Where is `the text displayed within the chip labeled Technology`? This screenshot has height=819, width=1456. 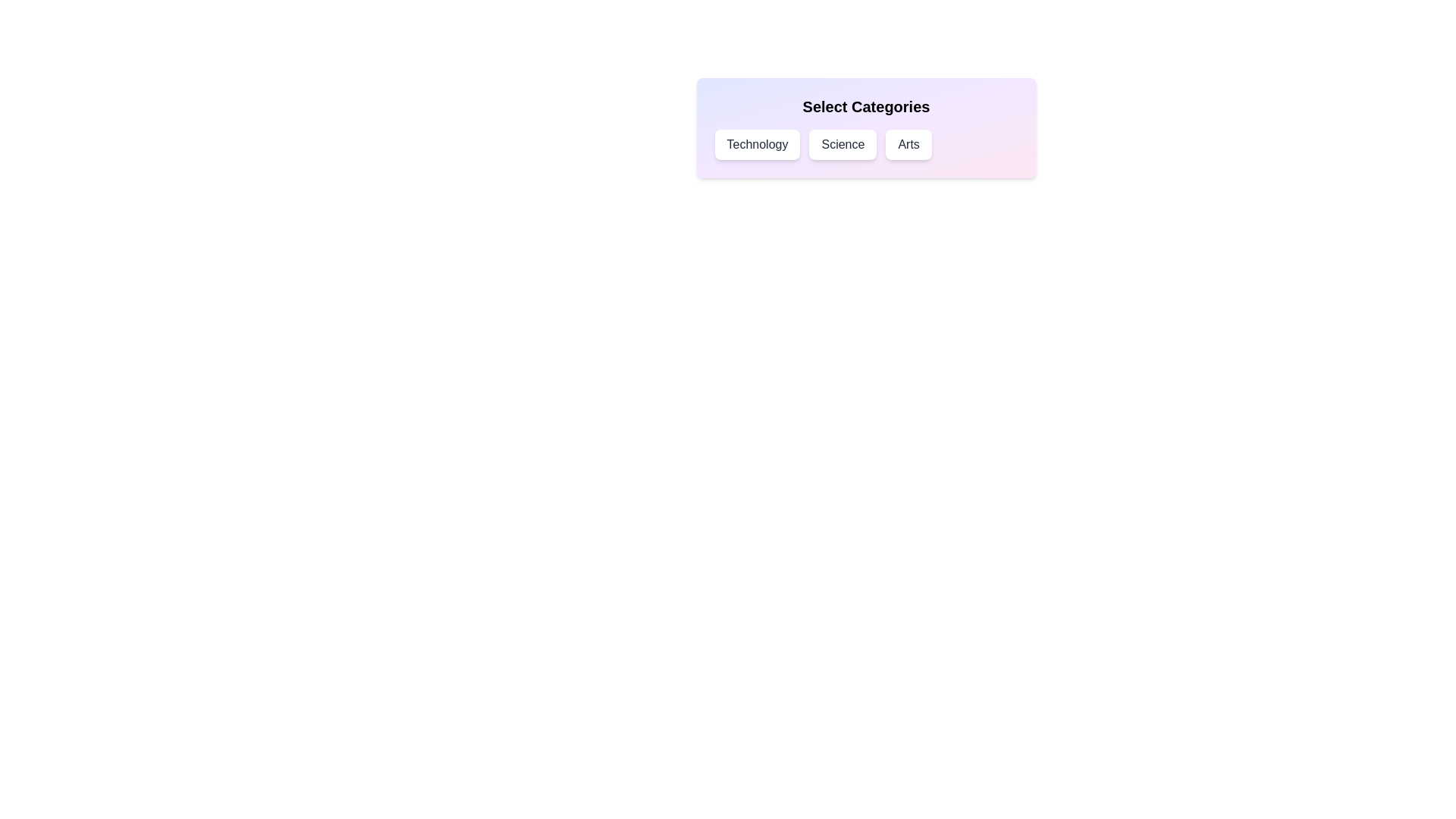
the text displayed within the chip labeled Technology is located at coordinates (757, 145).